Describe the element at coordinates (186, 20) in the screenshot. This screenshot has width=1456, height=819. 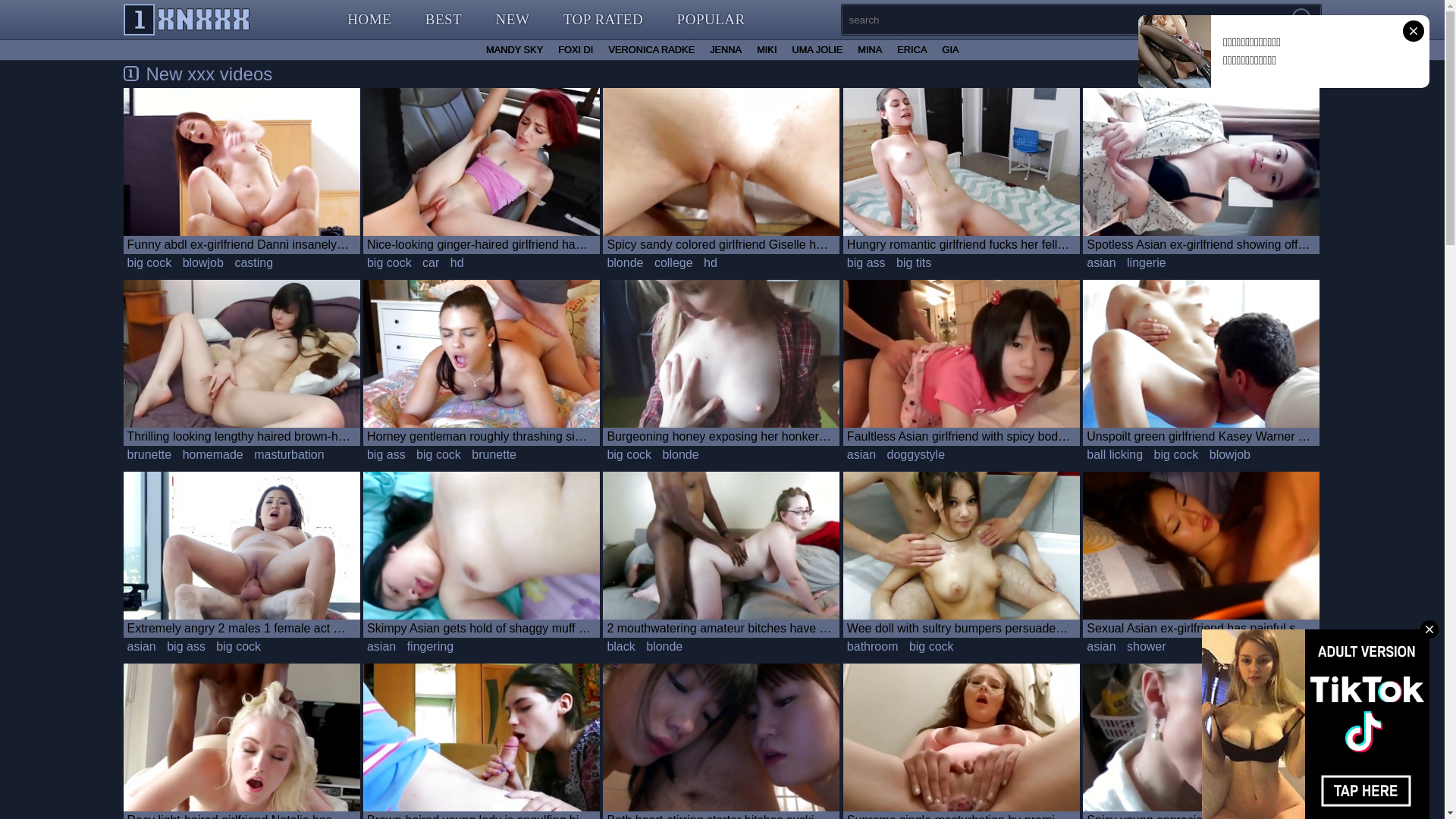
I see `'1xnxxx.com'` at that location.